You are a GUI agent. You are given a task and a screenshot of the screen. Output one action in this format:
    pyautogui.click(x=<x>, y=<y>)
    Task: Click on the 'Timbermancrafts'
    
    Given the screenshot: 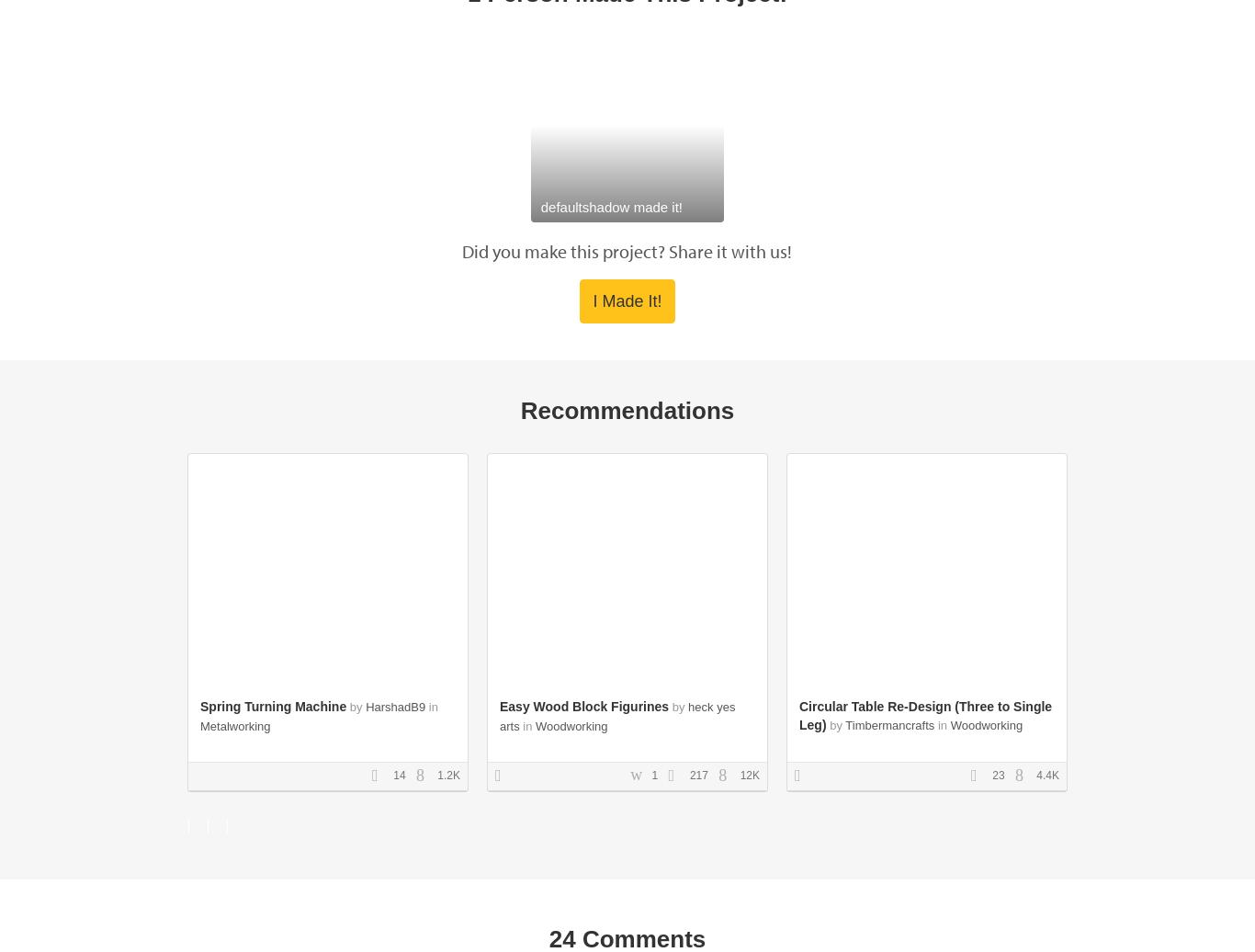 What is the action you would take?
    pyautogui.click(x=889, y=724)
    